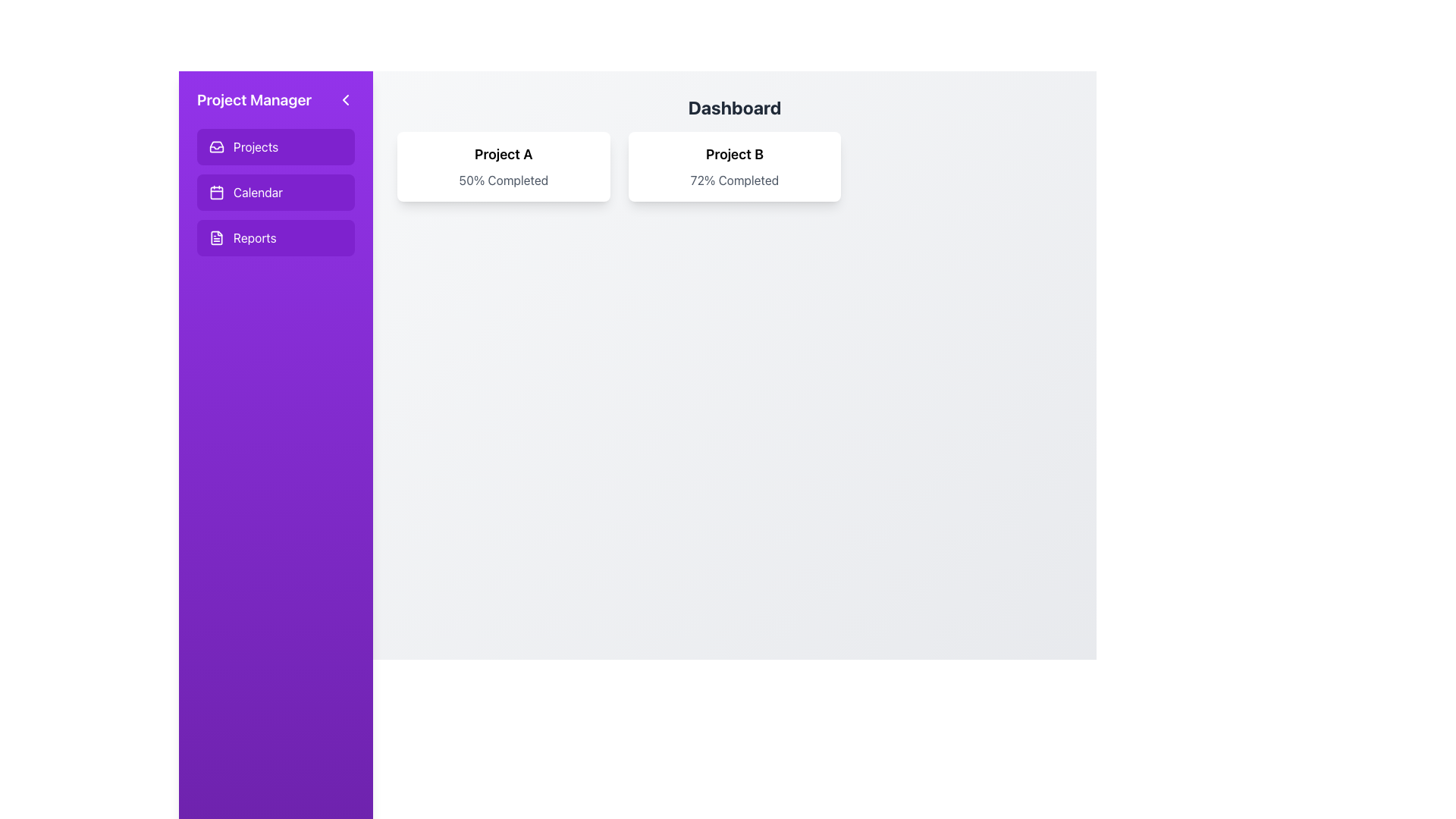 The width and height of the screenshot is (1456, 819). What do you see at coordinates (345, 99) in the screenshot?
I see `the left-facing chevron button located in the top-right corner of the purple 'Project Manager' header bar` at bounding box center [345, 99].